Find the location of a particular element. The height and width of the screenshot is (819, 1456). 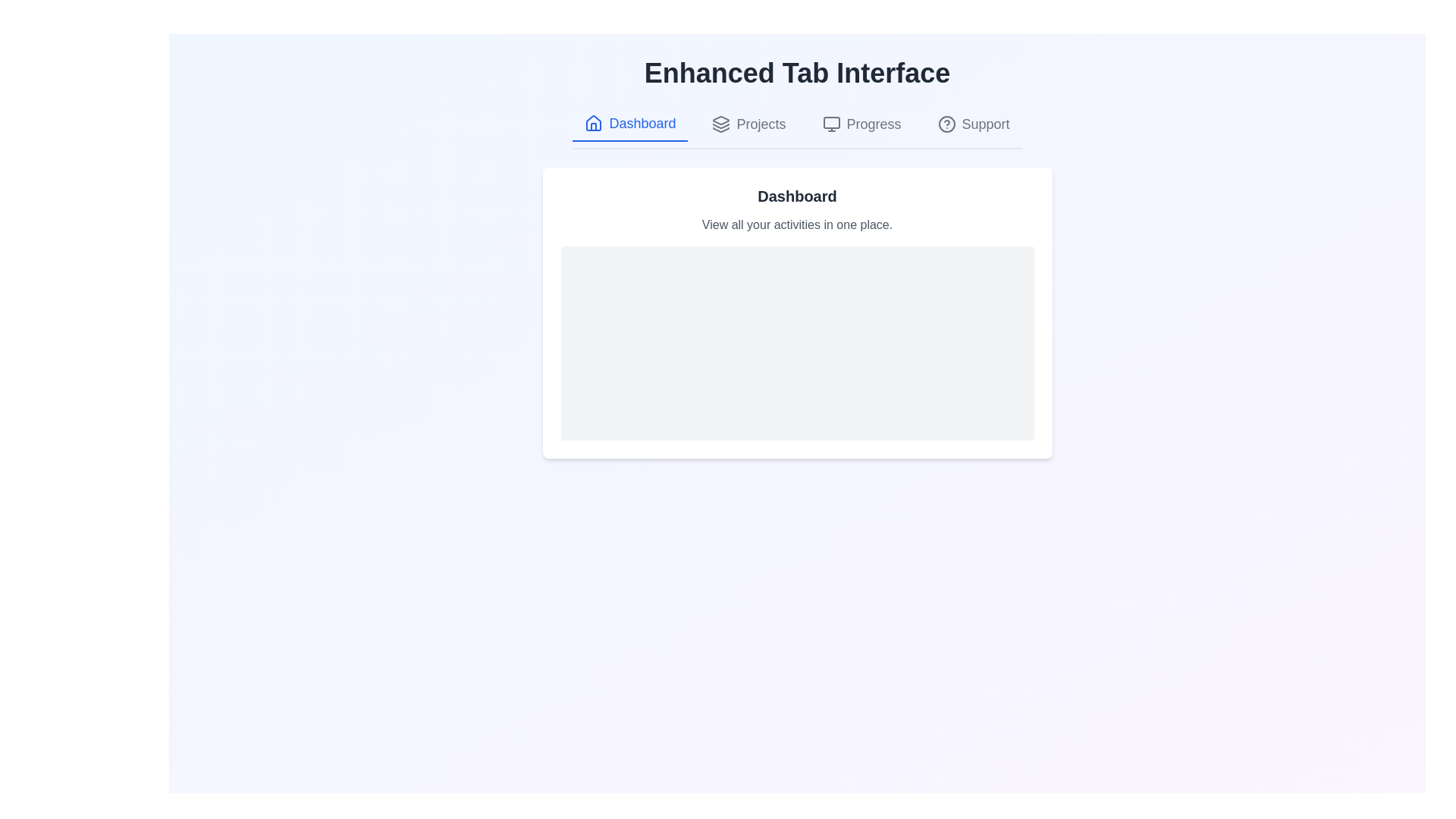

the tab labeled Progress to display its content is located at coordinates (861, 124).